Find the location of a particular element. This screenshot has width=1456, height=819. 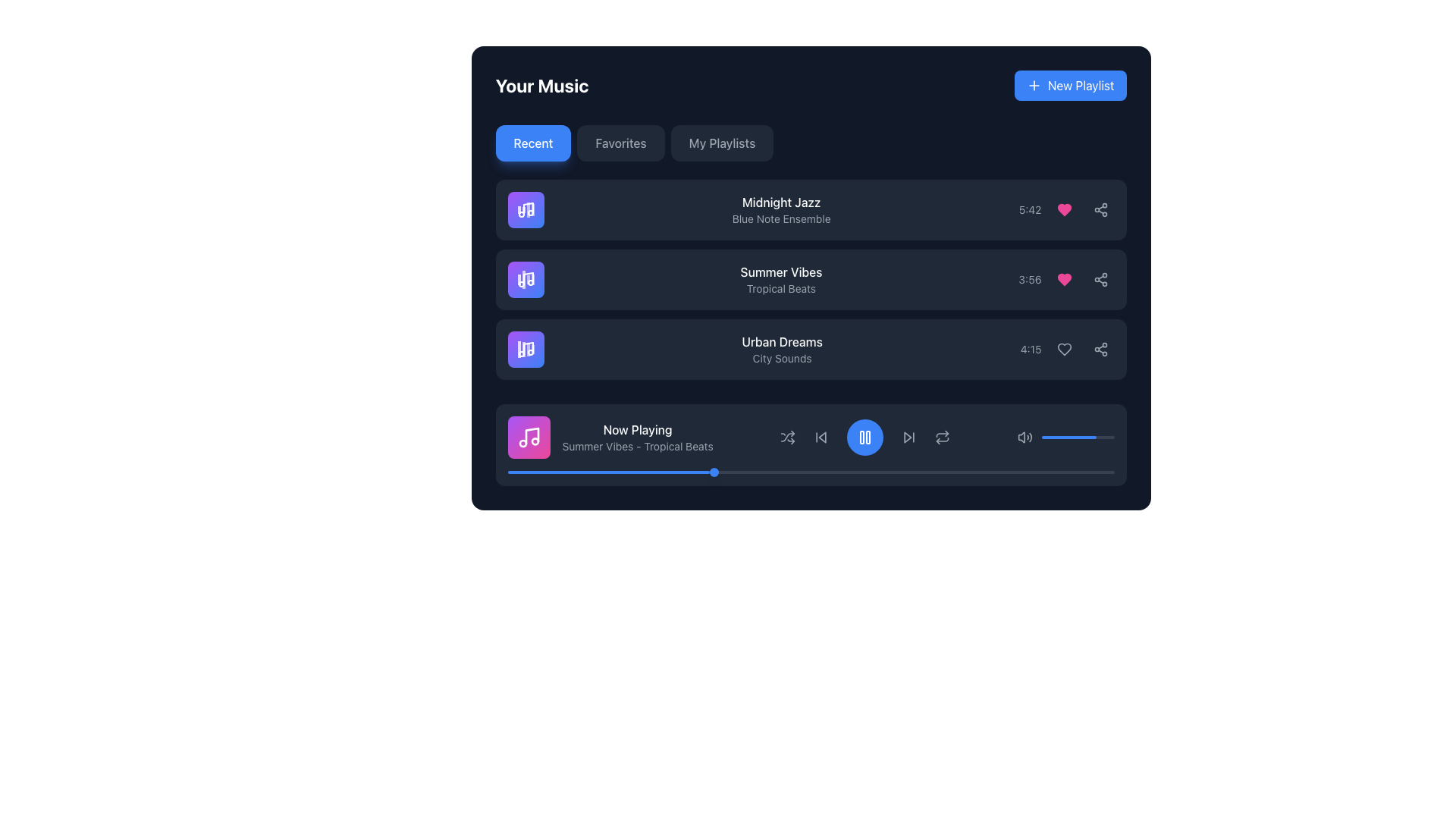

the Icon button associated with the music file or playlist titled 'Summer Vibes' is located at coordinates (526, 280).